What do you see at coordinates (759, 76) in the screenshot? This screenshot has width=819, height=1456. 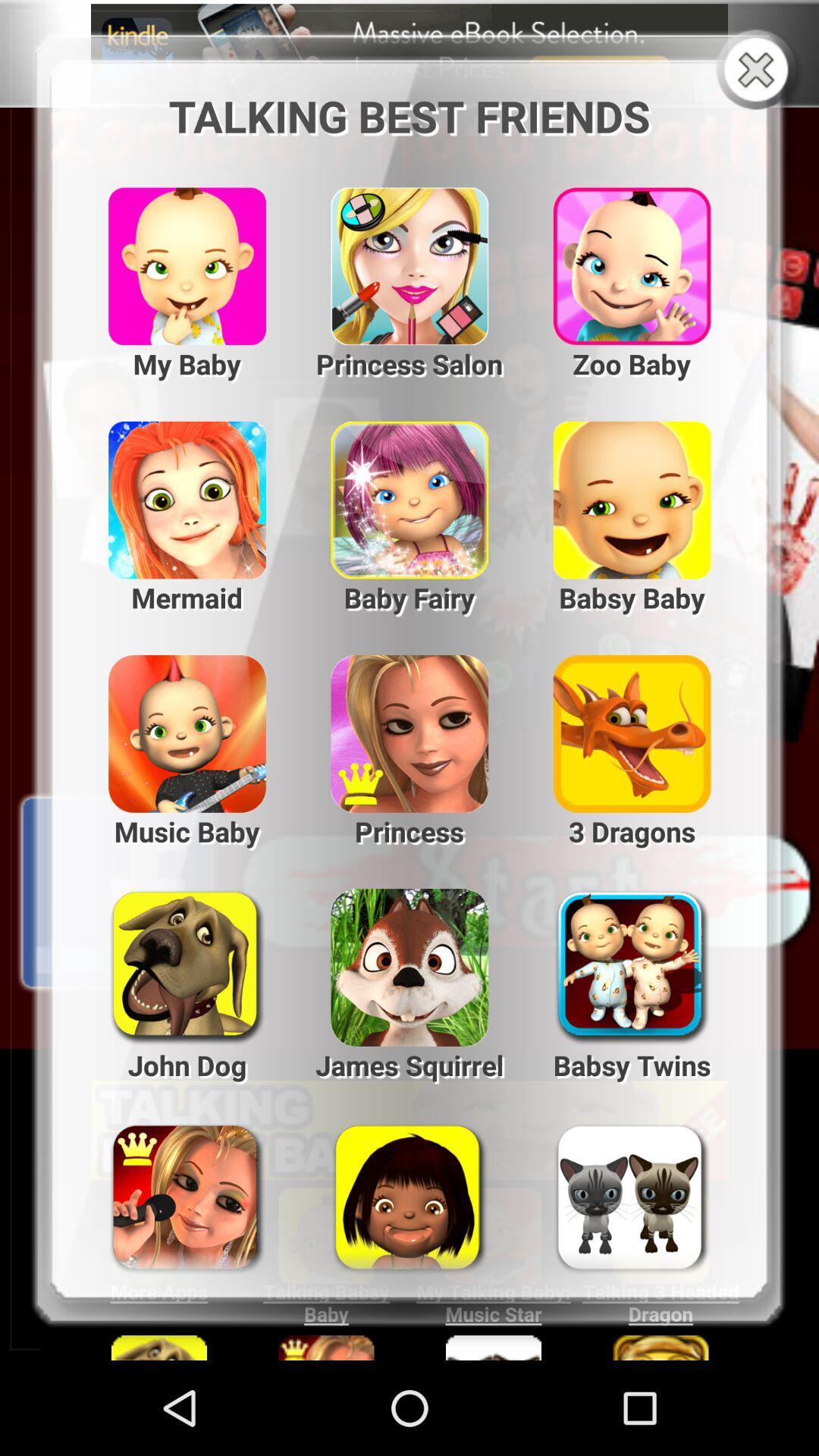 I see `the close icon` at bounding box center [759, 76].